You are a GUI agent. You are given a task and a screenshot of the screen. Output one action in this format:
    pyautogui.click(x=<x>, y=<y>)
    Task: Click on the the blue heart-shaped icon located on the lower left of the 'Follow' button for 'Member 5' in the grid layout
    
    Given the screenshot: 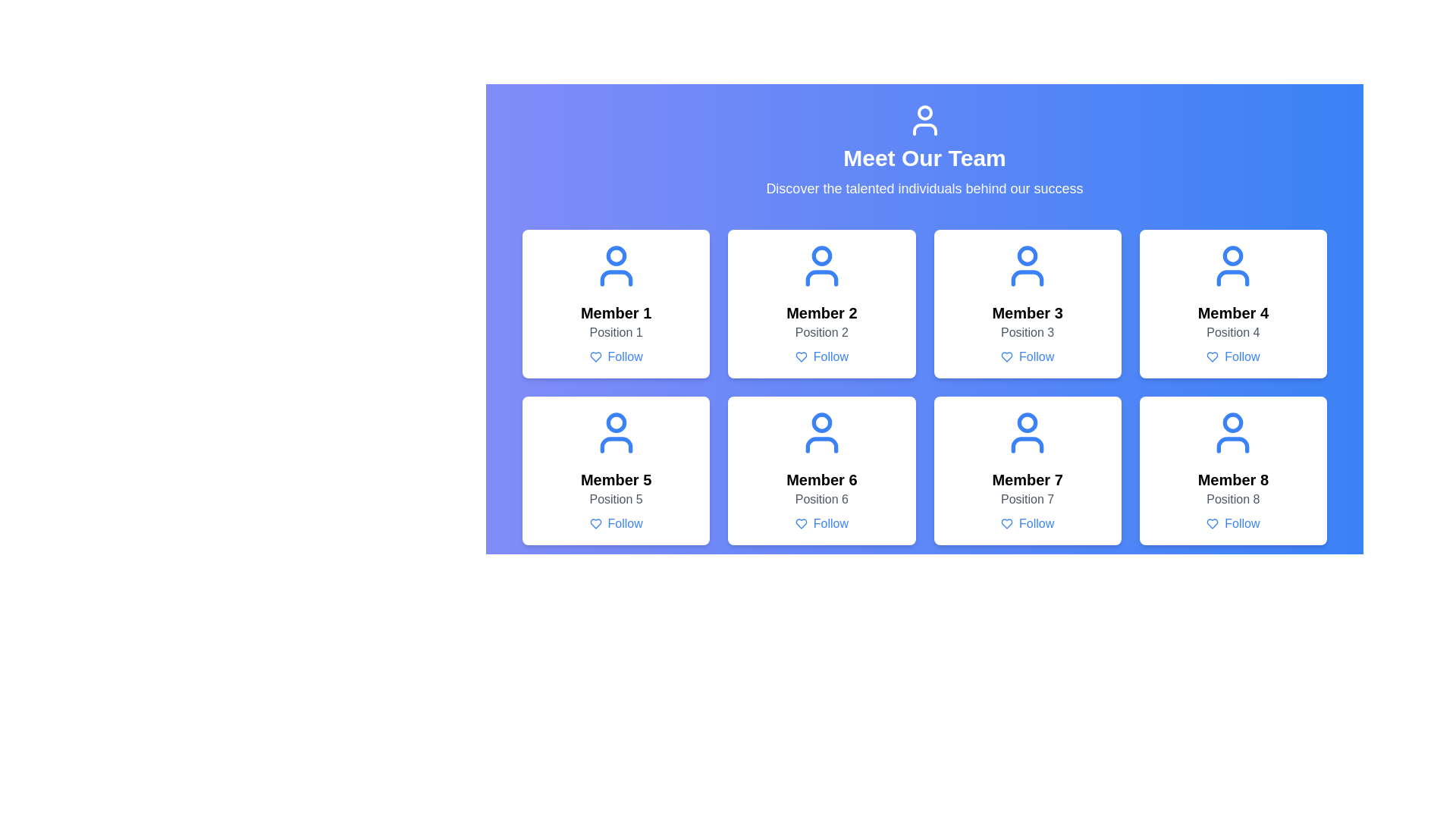 What is the action you would take?
    pyautogui.click(x=595, y=522)
    